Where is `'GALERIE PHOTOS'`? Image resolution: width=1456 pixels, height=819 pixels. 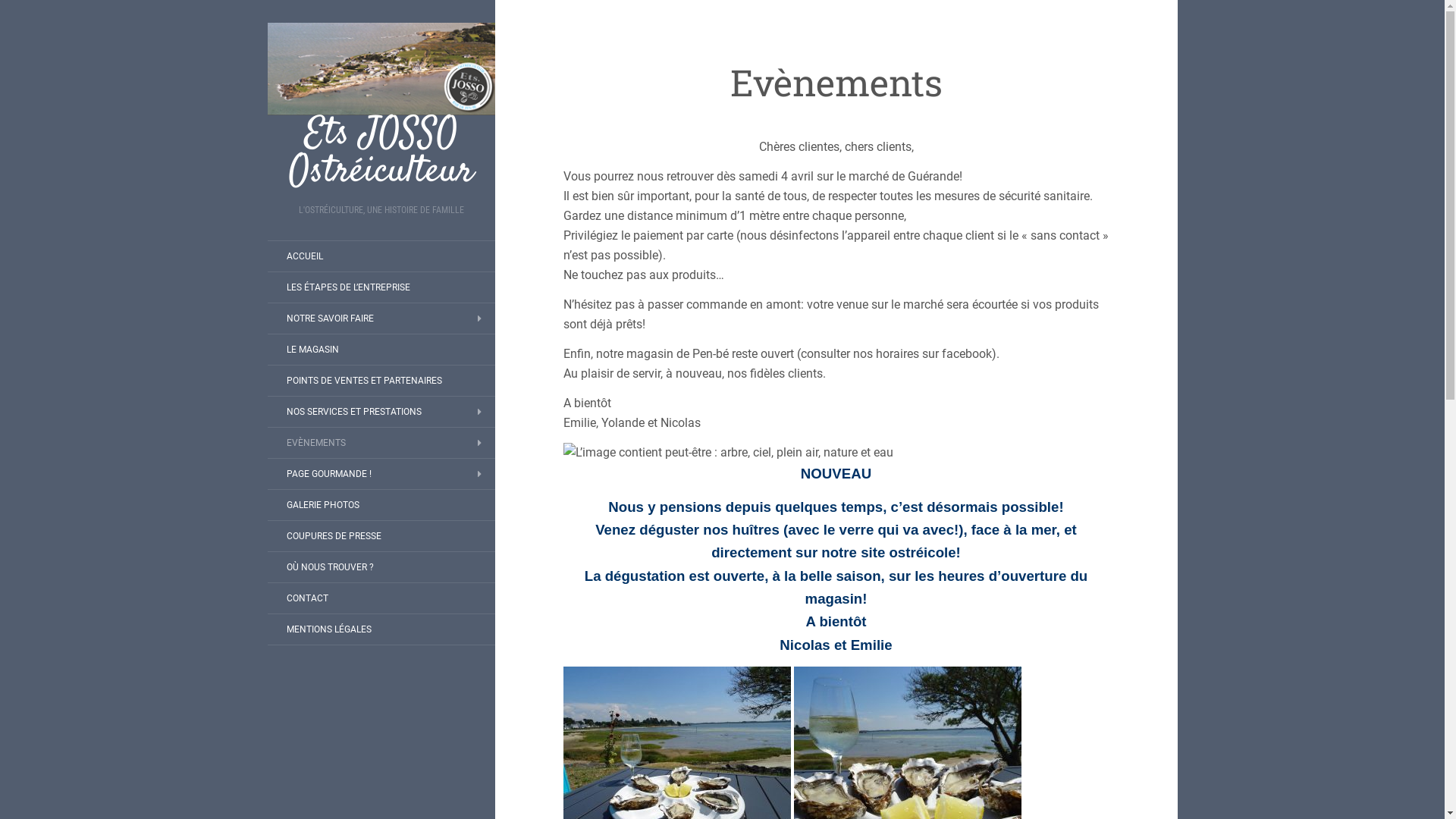
'GALERIE PHOTOS' is located at coordinates (266, 505).